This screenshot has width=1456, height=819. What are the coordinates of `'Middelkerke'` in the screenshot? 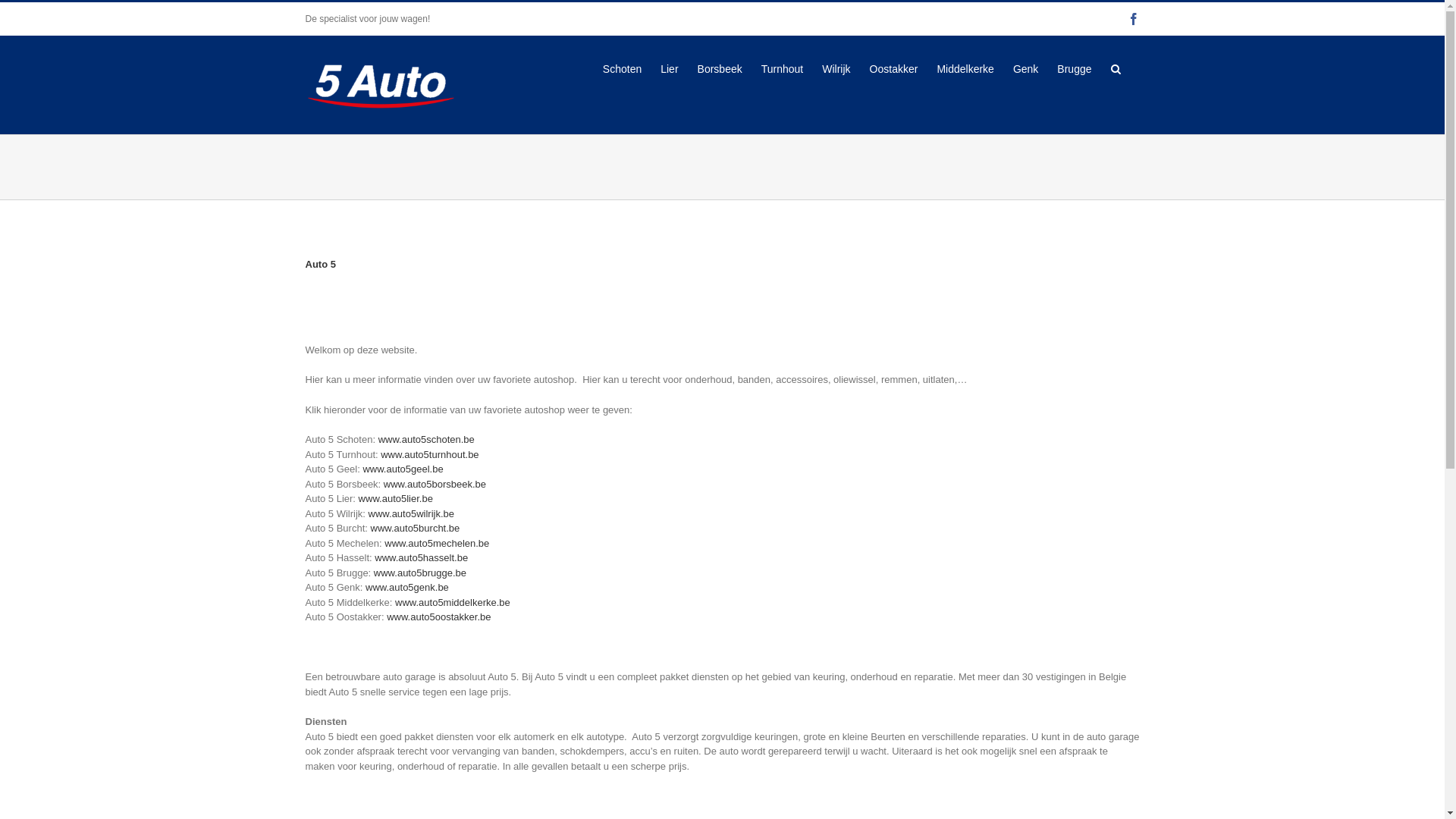 It's located at (964, 67).